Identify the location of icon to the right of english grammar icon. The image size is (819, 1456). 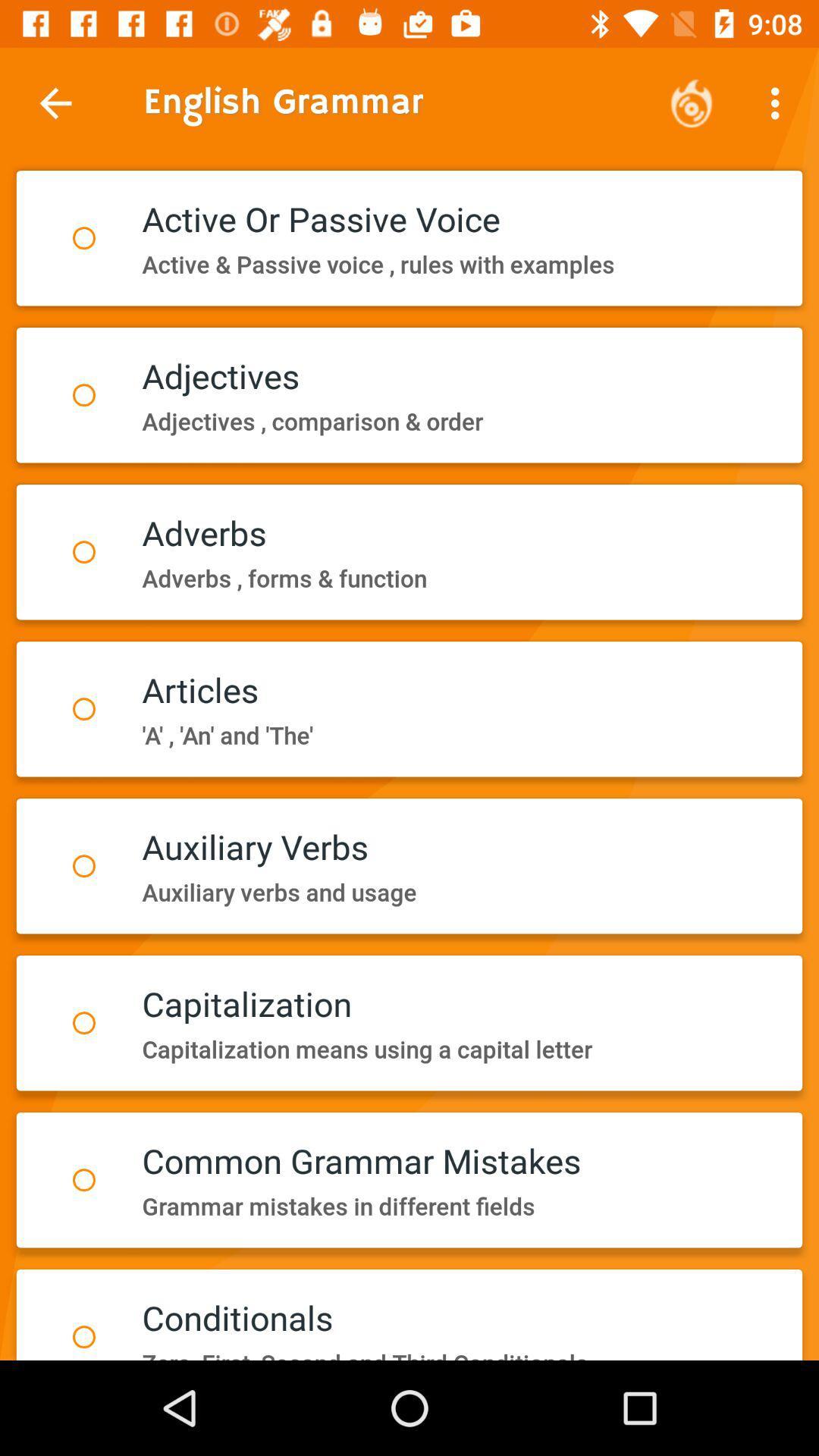
(691, 102).